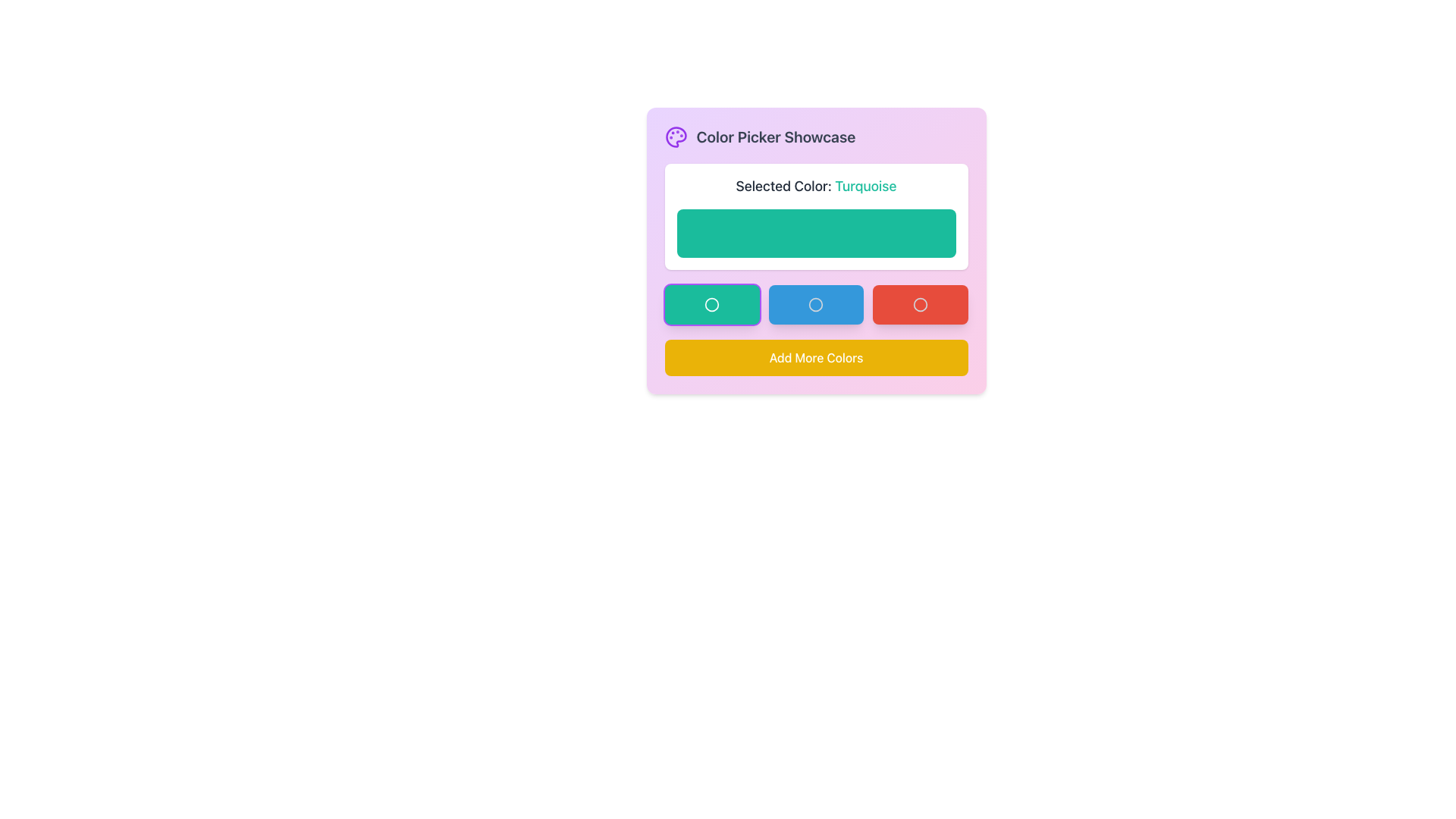 The width and height of the screenshot is (1456, 819). Describe the element at coordinates (919, 304) in the screenshot. I see `the third circular icon with a red border and background` at that location.